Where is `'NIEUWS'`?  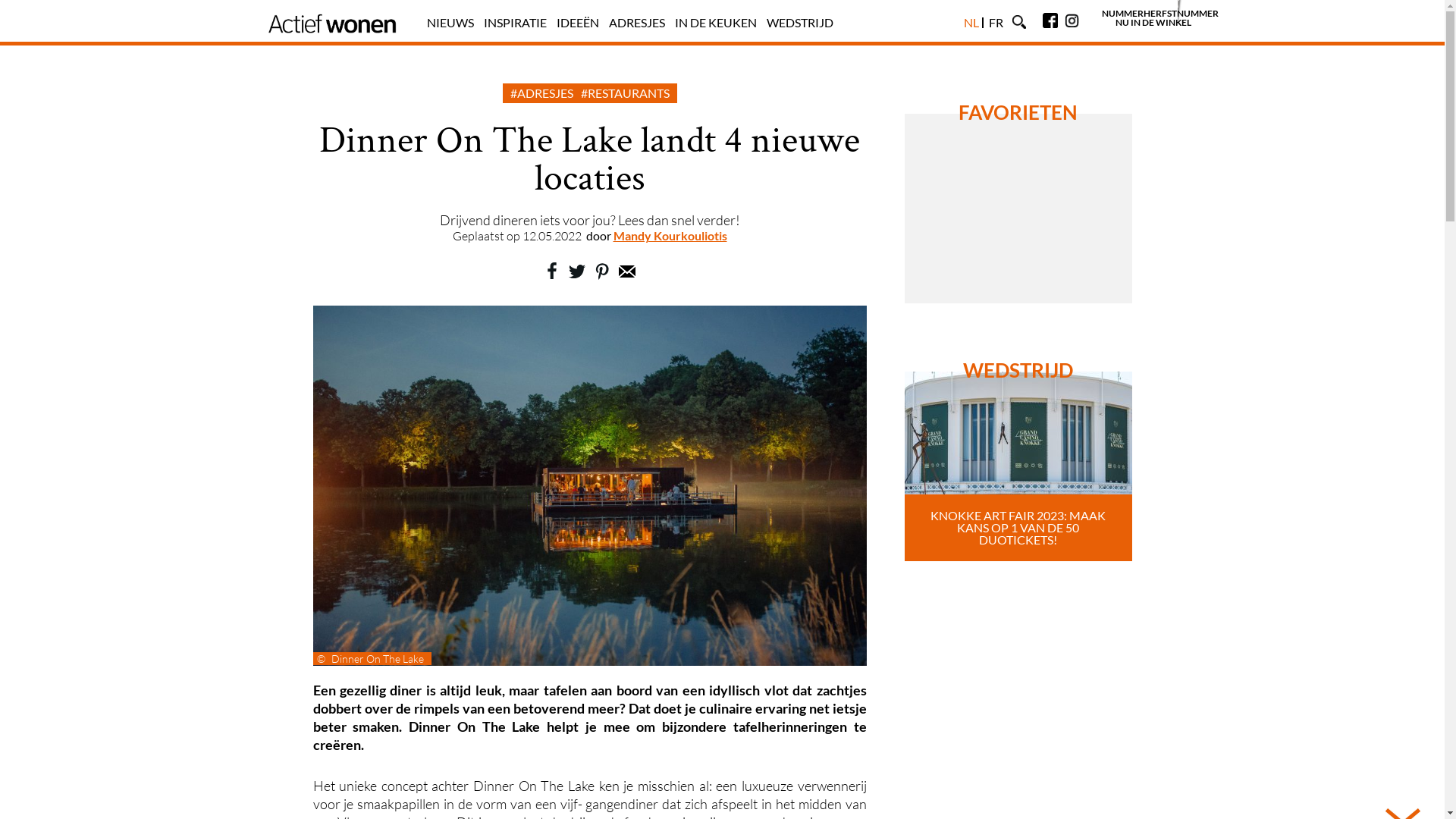
'NIEUWS' is located at coordinates (449, 22).